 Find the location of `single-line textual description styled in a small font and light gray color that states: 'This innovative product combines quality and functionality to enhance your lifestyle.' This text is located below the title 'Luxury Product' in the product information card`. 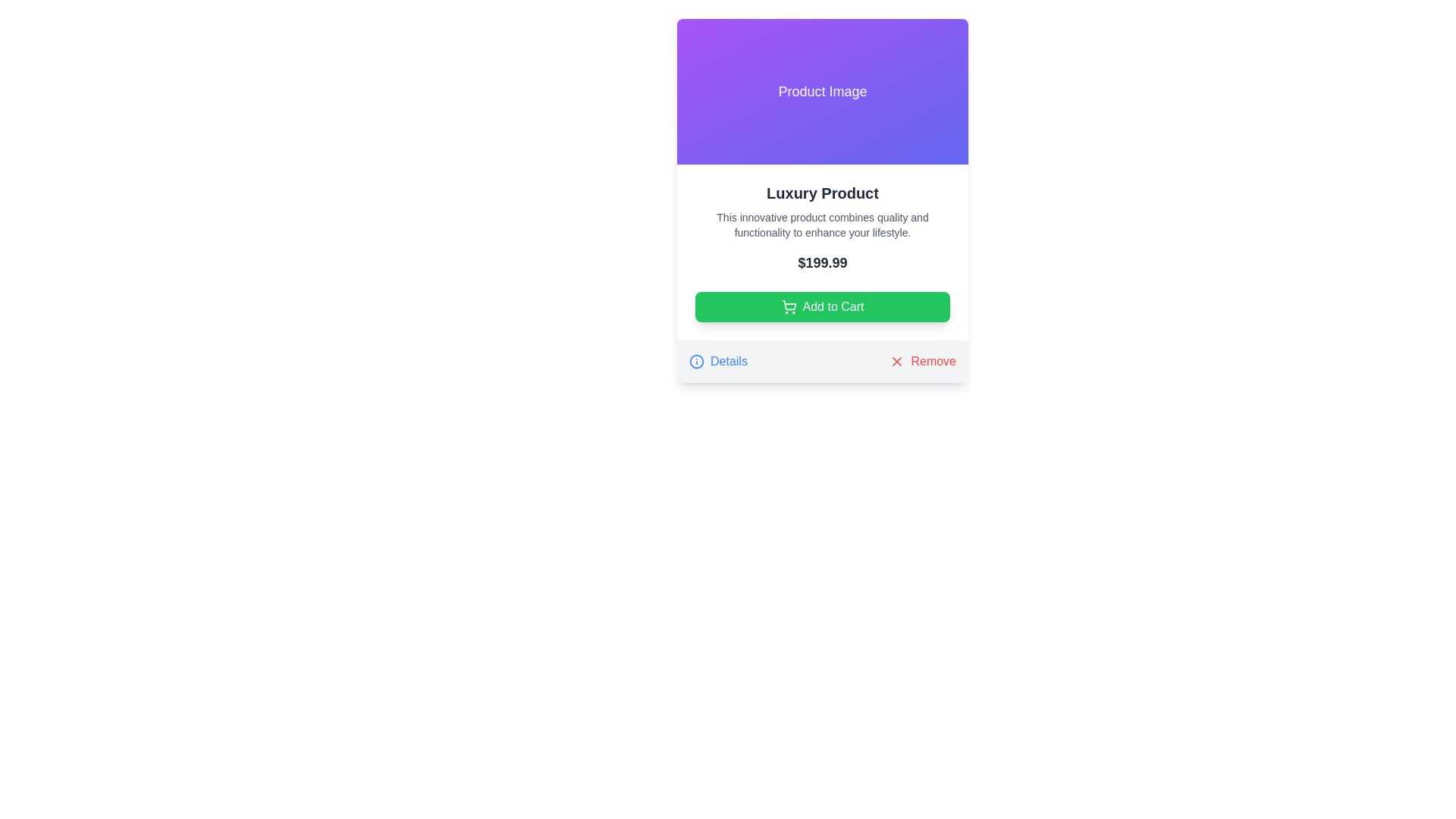

single-line textual description styled in a small font and light gray color that states: 'This innovative product combines quality and functionality to enhance your lifestyle.' This text is located below the title 'Luxury Product' in the product information card is located at coordinates (821, 225).